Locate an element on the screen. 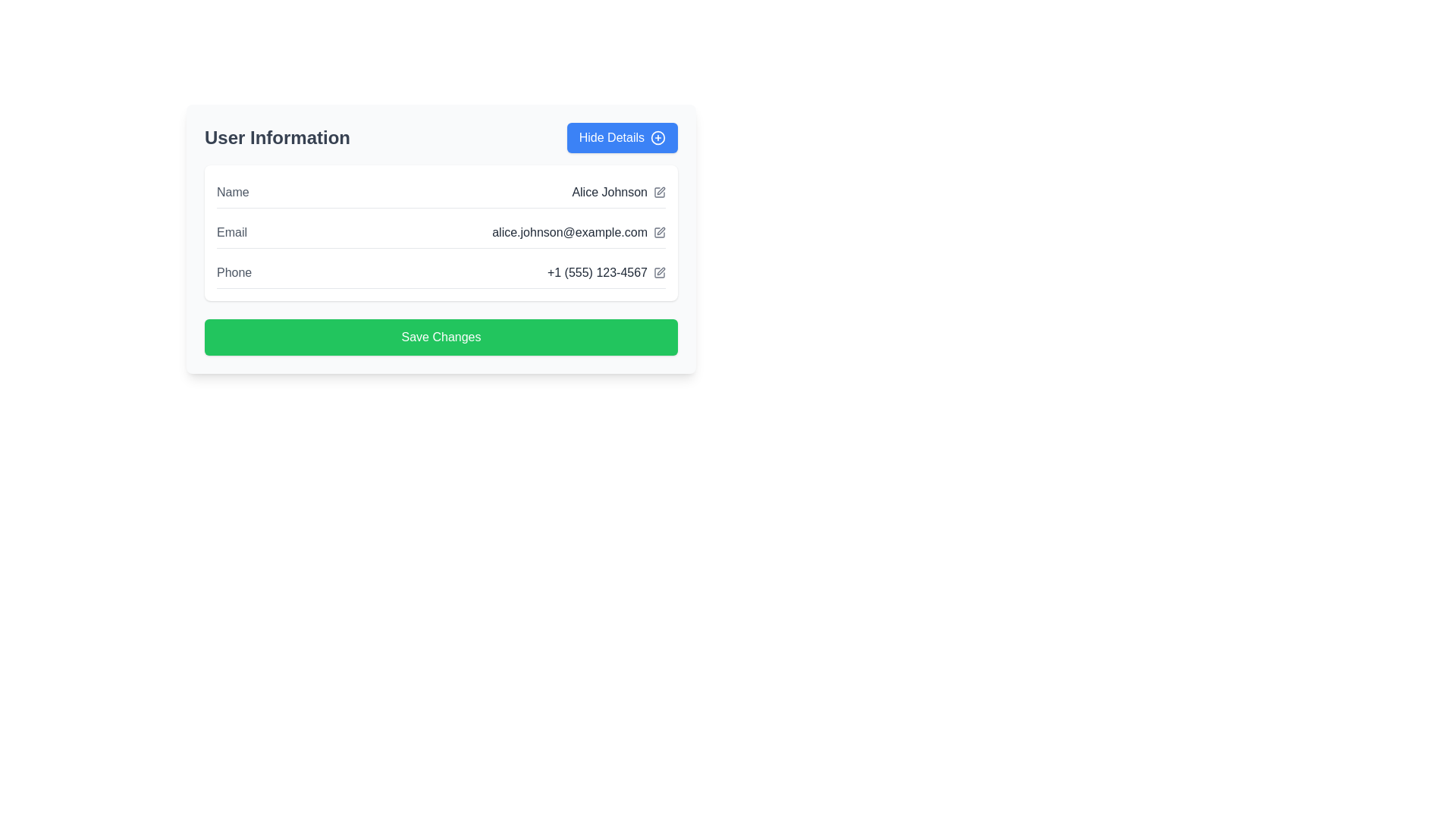 The height and width of the screenshot is (819, 1456). the edit icon button resembling a pencil and square graphic located to the far right of the phone number '+1 (555) 123-4567' to initiate editing the phone number is located at coordinates (659, 271).